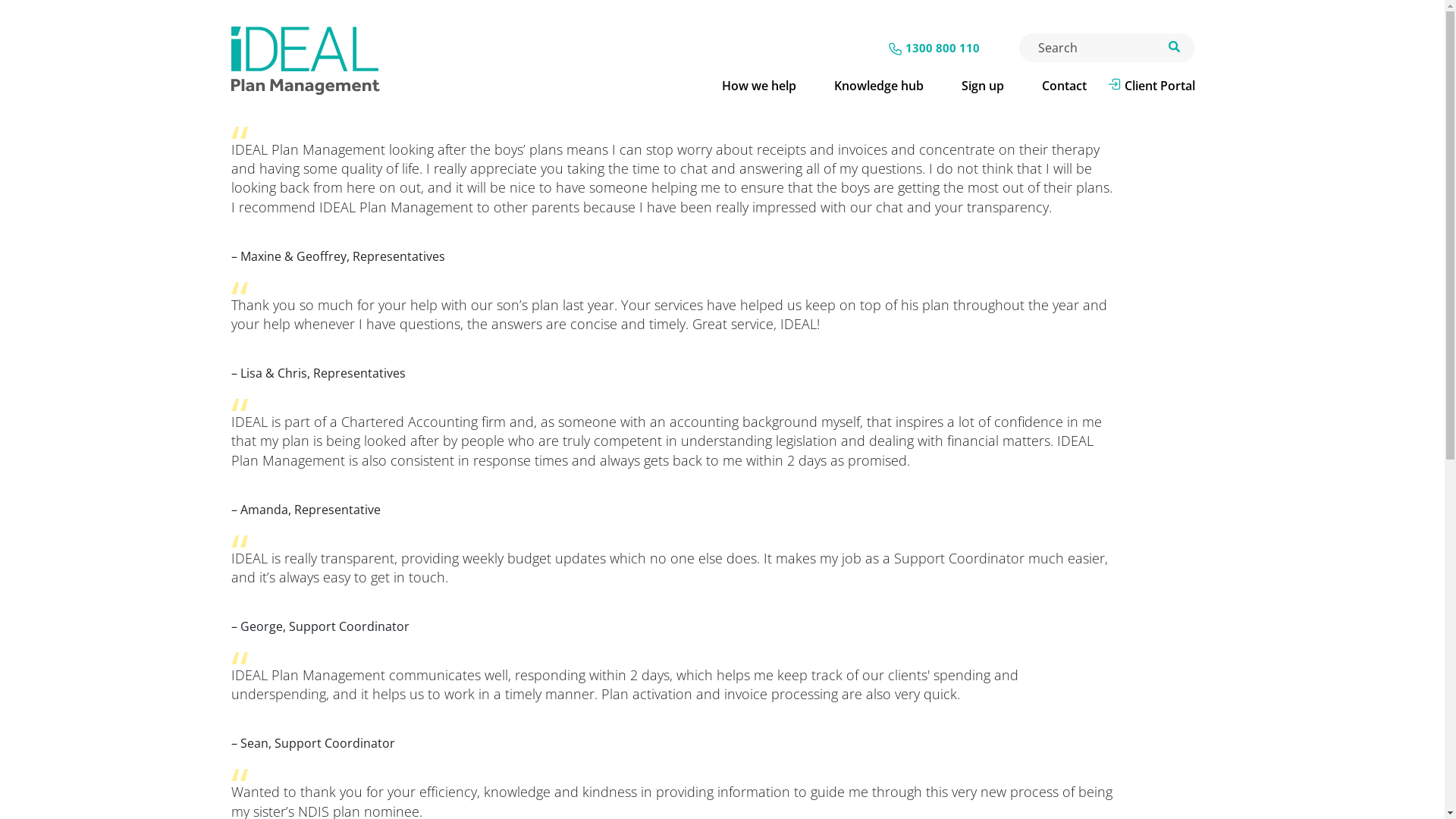  I want to click on 'Contact', so click(1022, 85).